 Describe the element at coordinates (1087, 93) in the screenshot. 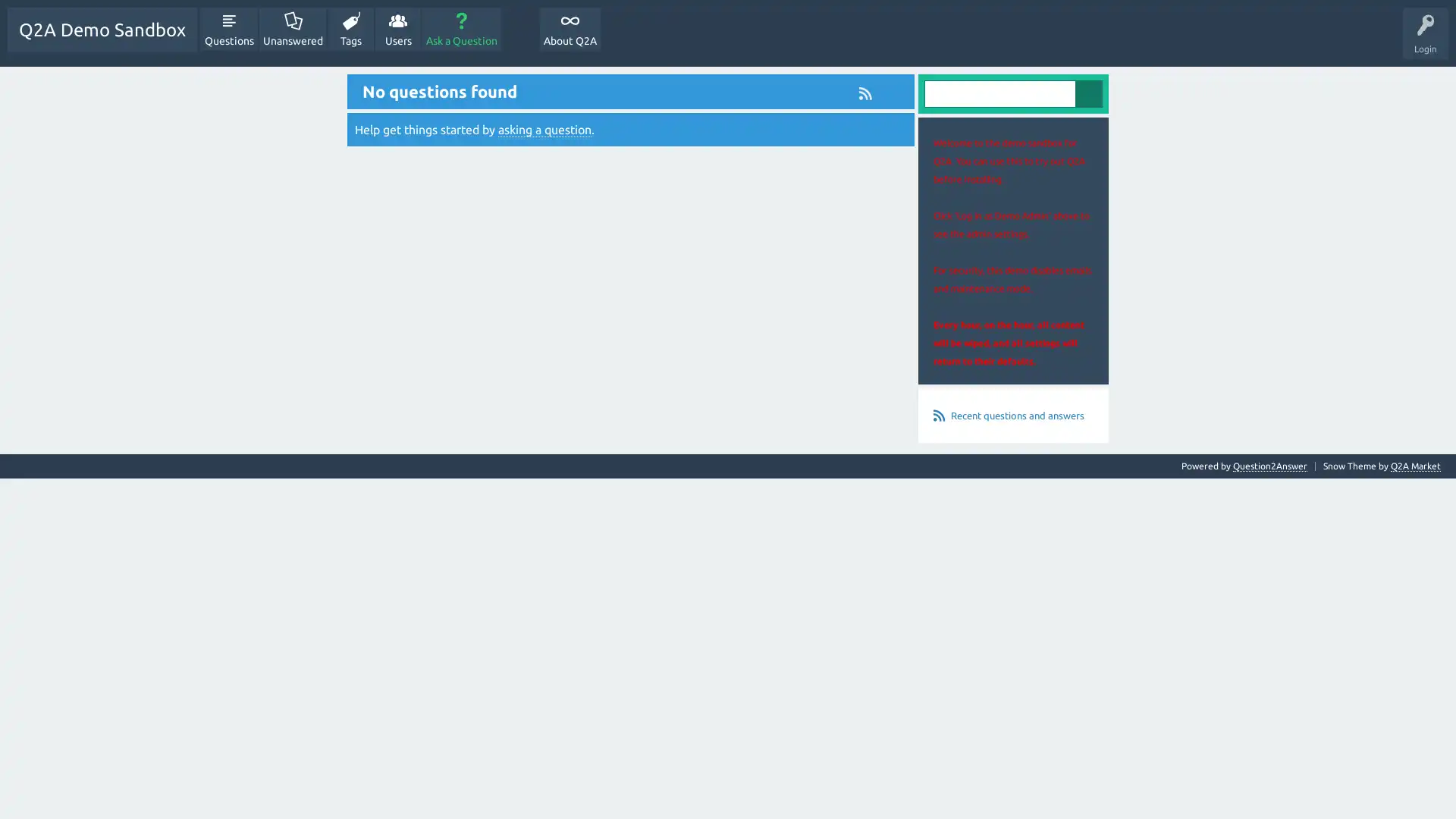

I see `Search` at that location.